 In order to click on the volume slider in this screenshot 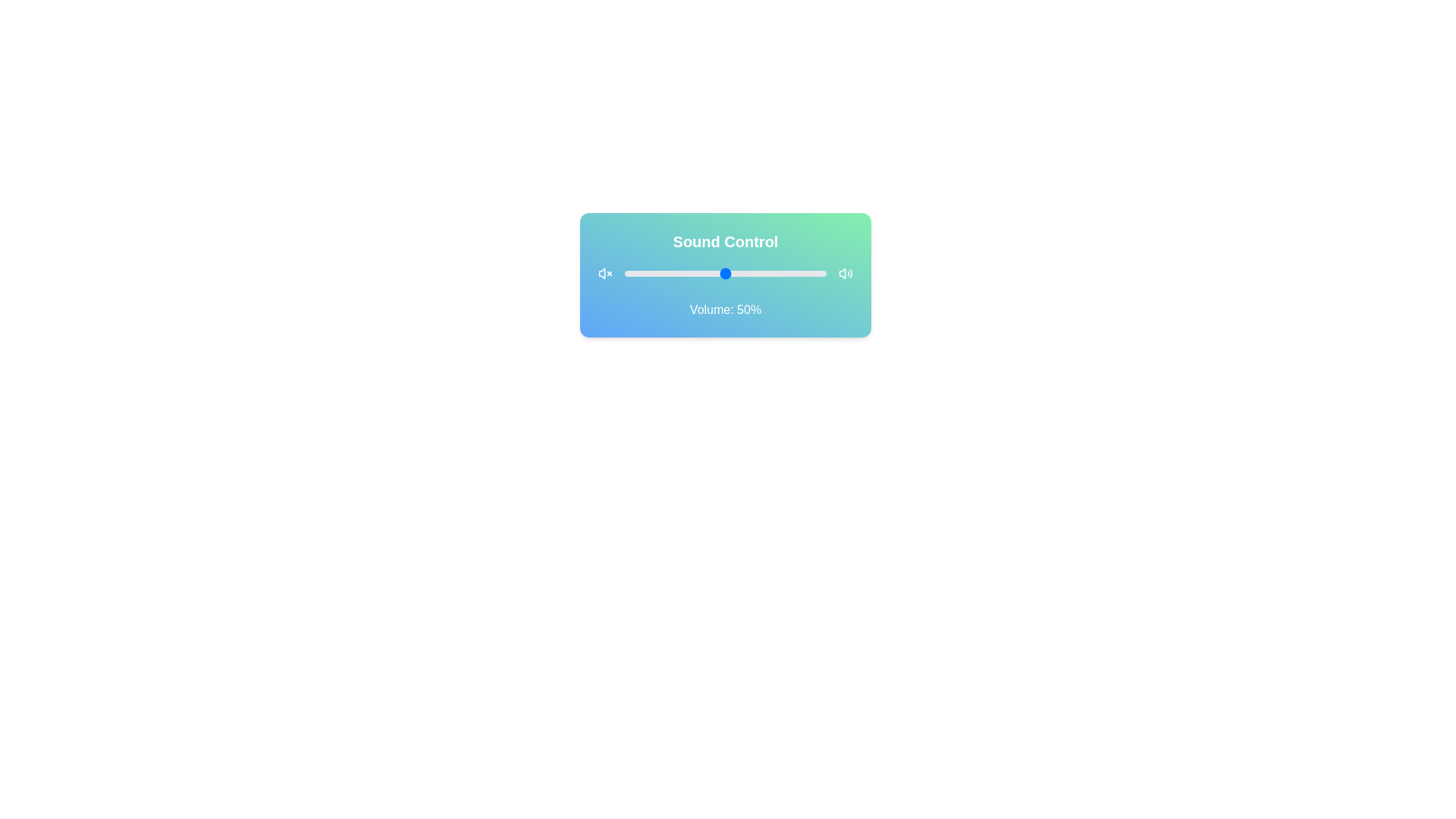, I will do `click(738, 274)`.